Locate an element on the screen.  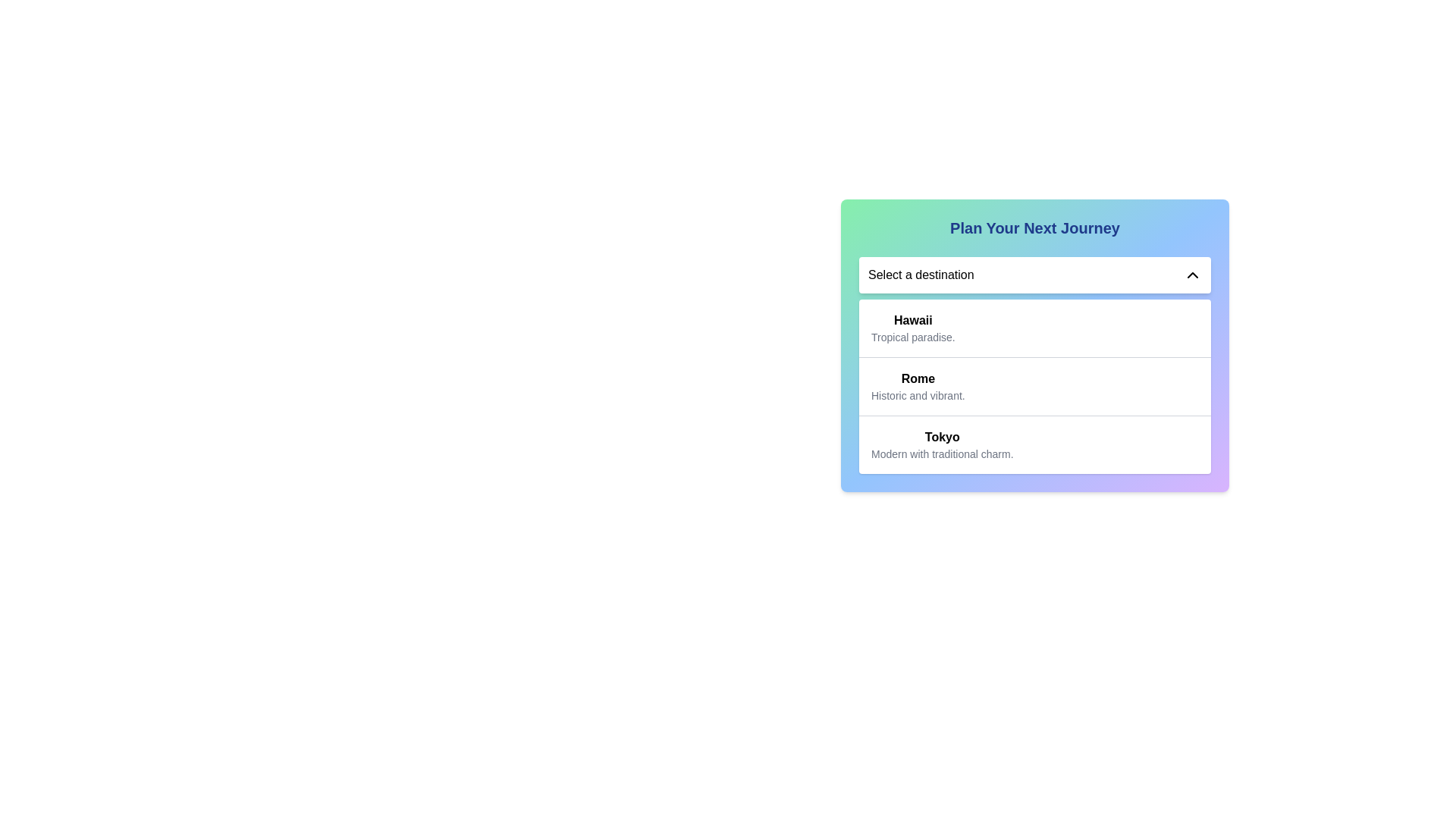
the second list item in the drop-down menu is located at coordinates (1034, 385).